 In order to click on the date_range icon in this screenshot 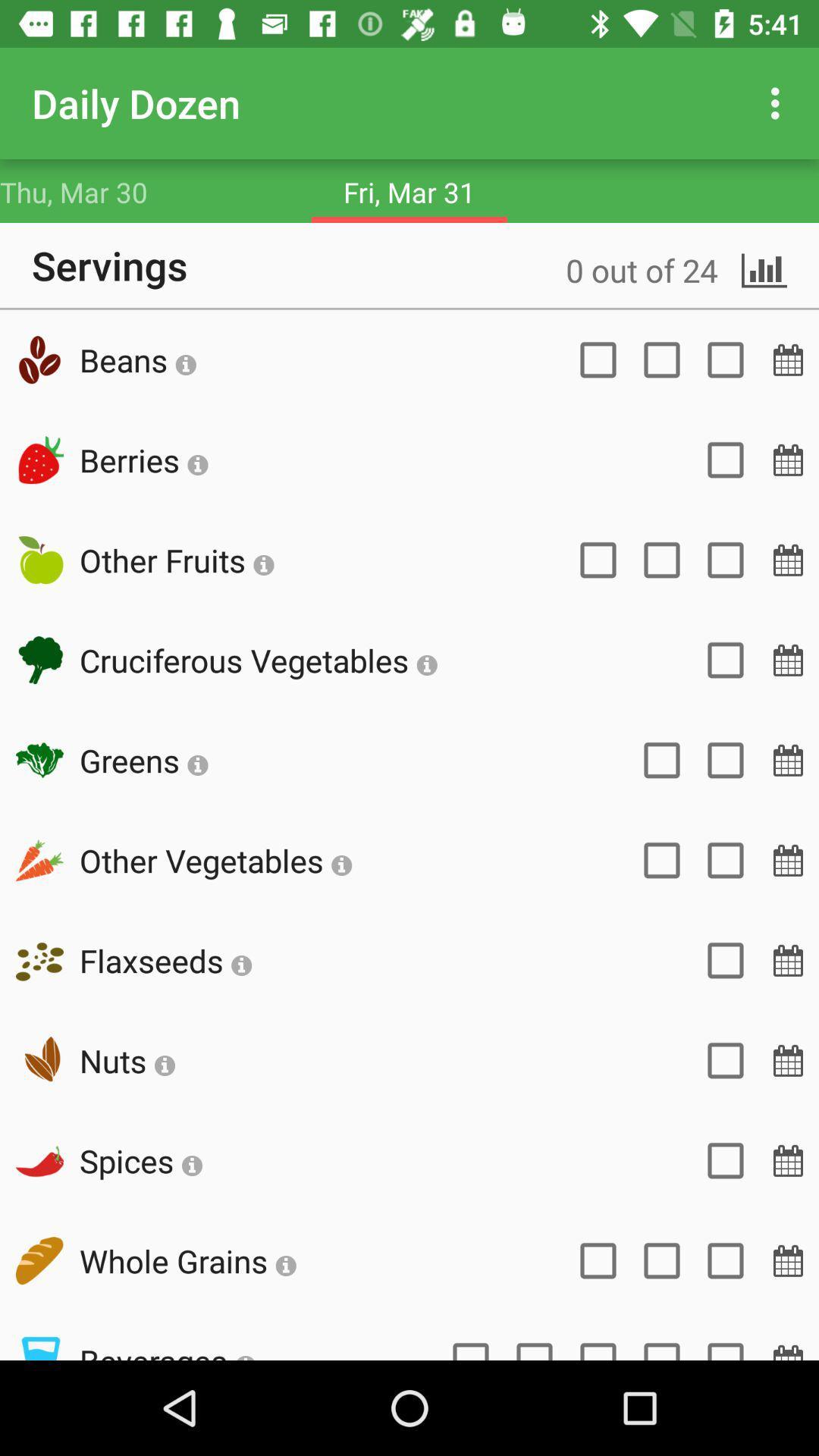, I will do `click(787, 660)`.